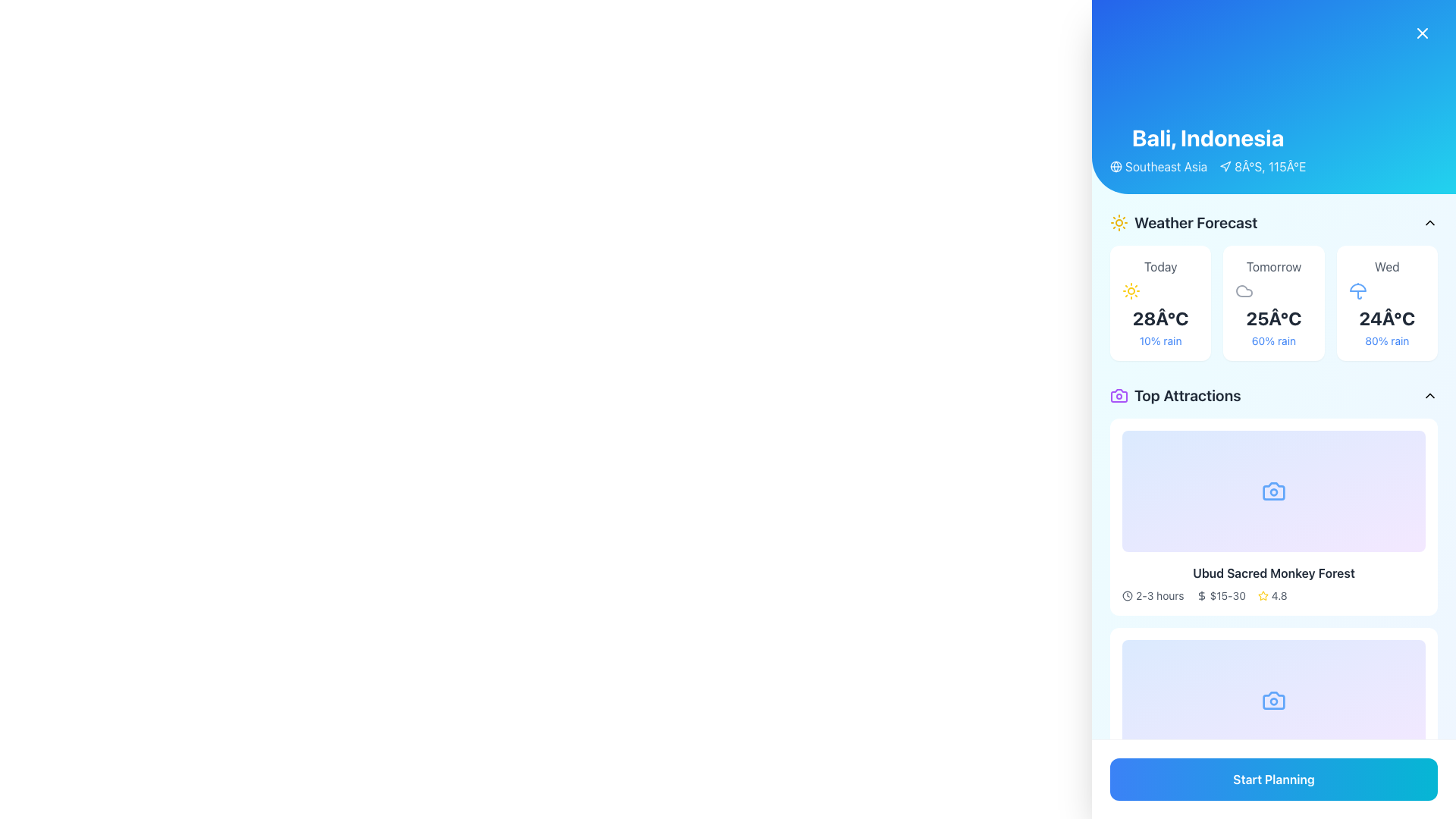 This screenshot has height=819, width=1456. What do you see at coordinates (1274, 287) in the screenshot?
I see `the displayed weather forecast from the informational component located centrally at the top of the weather section in the sidebar` at bounding box center [1274, 287].